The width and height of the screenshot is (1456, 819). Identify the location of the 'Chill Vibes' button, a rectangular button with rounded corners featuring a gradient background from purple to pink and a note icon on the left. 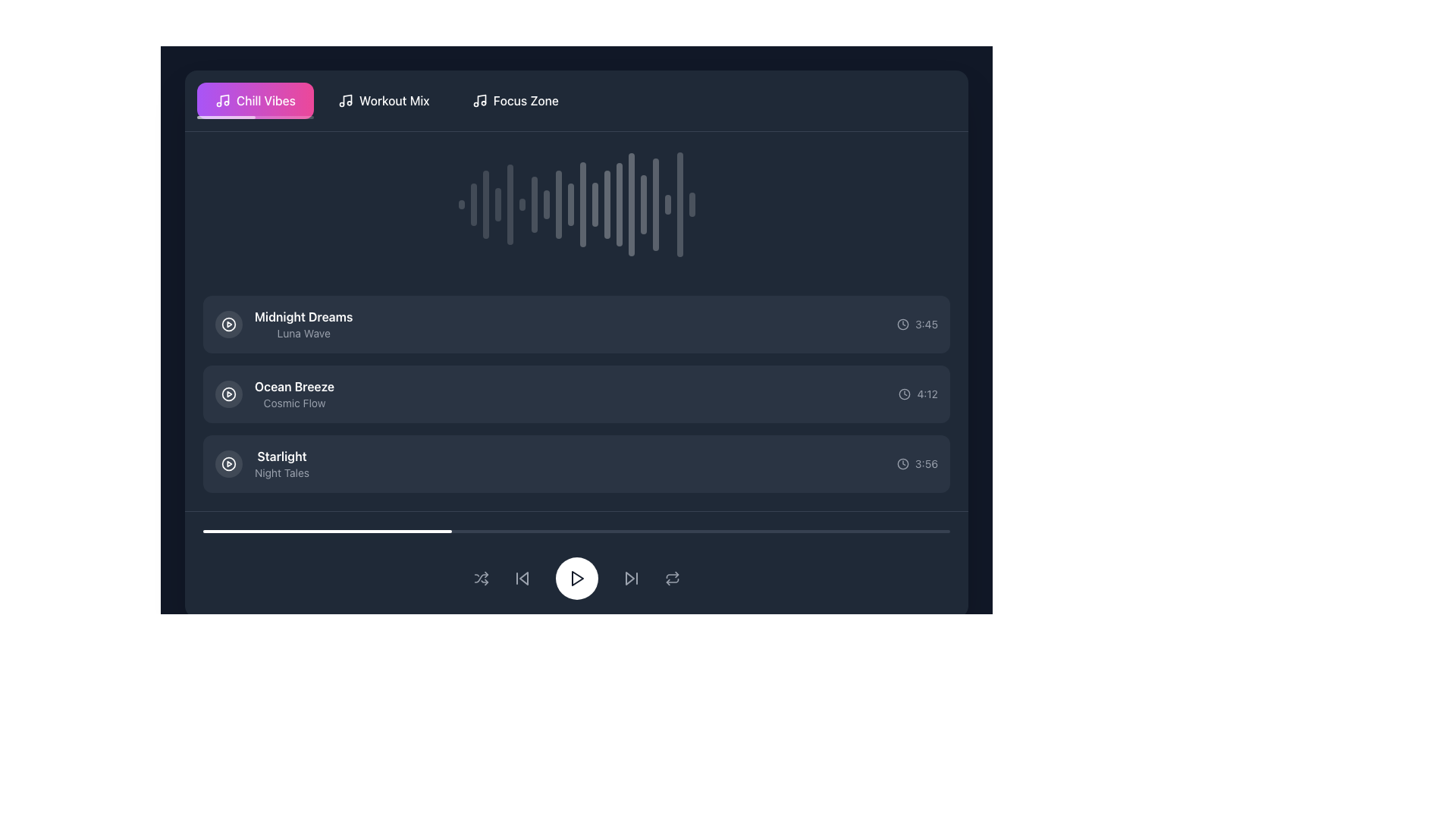
(255, 100).